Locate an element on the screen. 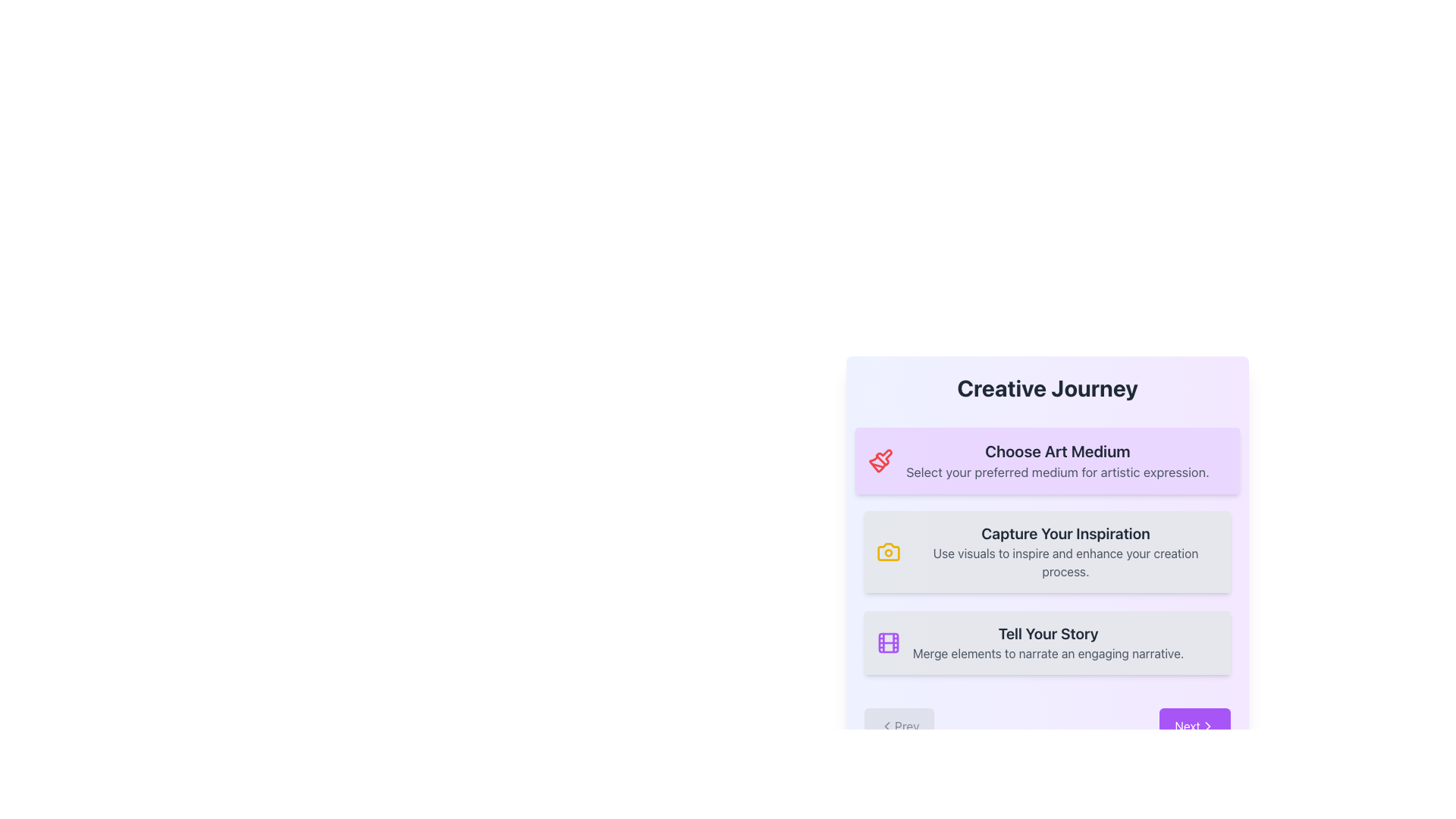  the textual display element that guides users to select their preferred medium for artistic expression, positioned as the first item under the 'Creative Journey' section is located at coordinates (1046, 552).